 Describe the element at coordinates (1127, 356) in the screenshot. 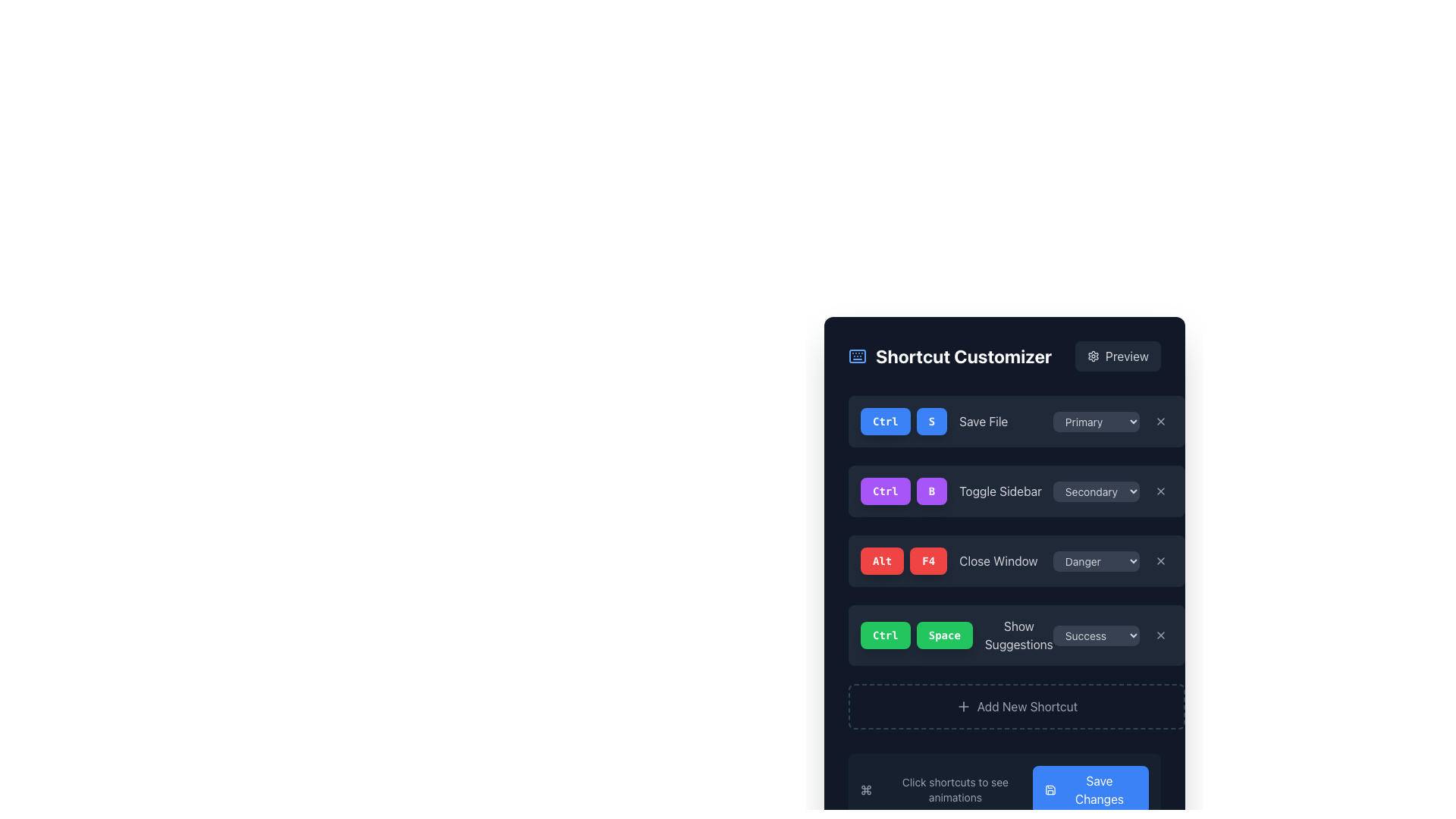

I see `the 'Preview' text label displayed in light gray against a dark background, located in the upper-right portion of the interface, to the right of a gear-shaped icon` at that location.